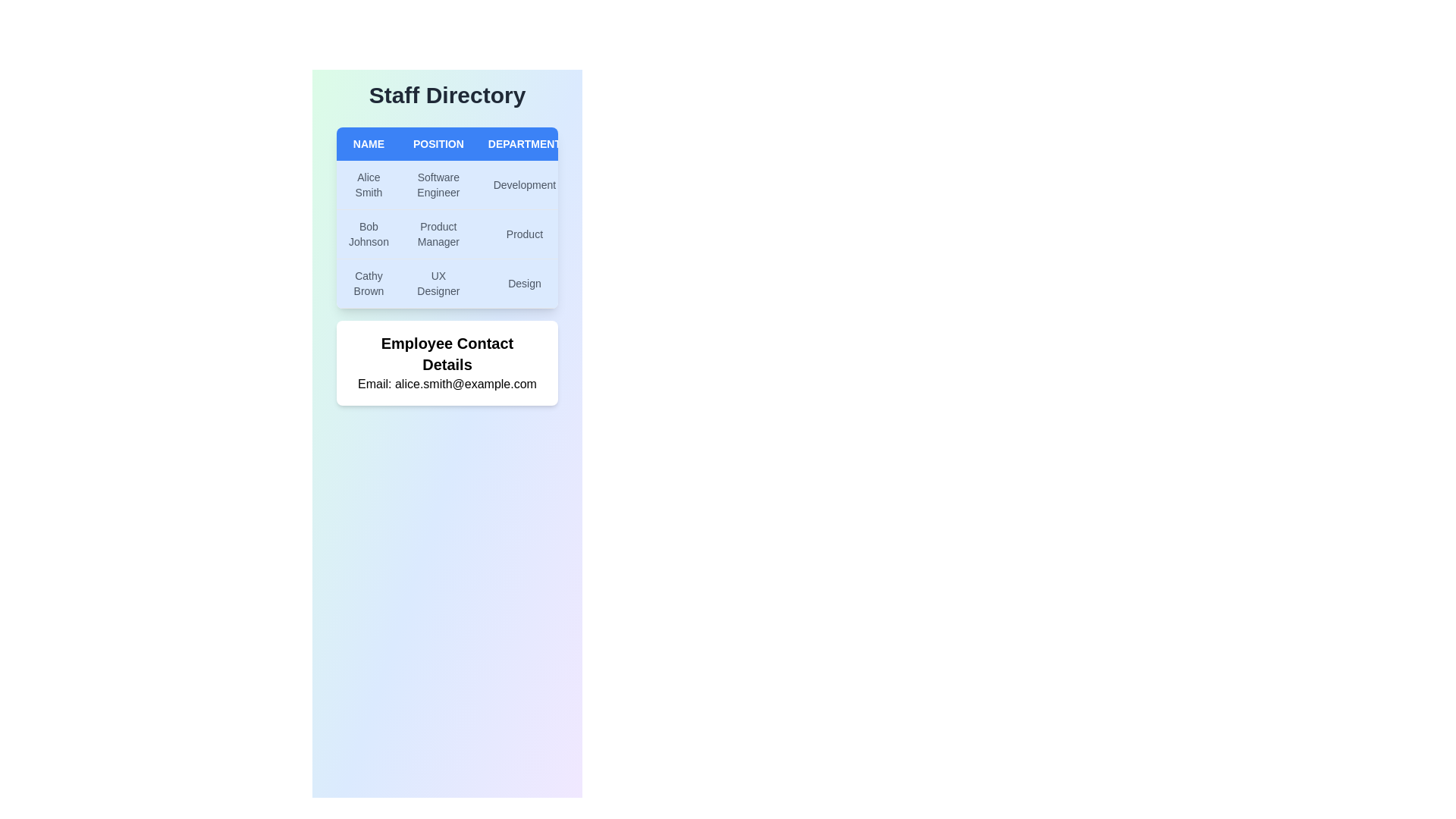 This screenshot has width=1456, height=819. Describe the element at coordinates (447, 353) in the screenshot. I see `the Text Header that serves as a section title above the email information in the white card below the 'Staff Directory' table` at that location.